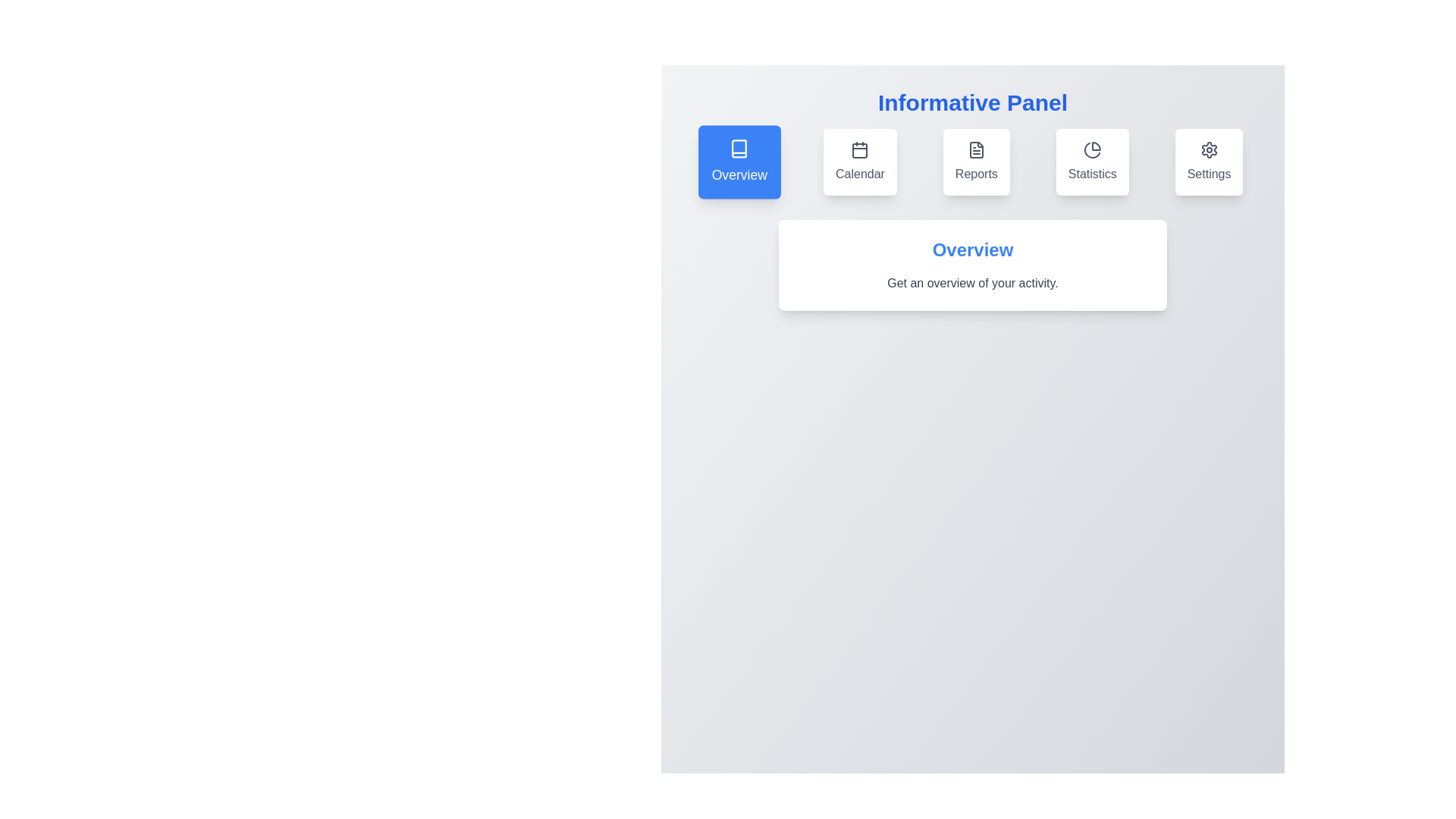  Describe the element at coordinates (1092, 162) in the screenshot. I see `the 'Statistics' button, which is a rectangular card with a white background, gray text, and an icon of a pie chart, positioned as the fourth item in a centrally aligned row` at that location.